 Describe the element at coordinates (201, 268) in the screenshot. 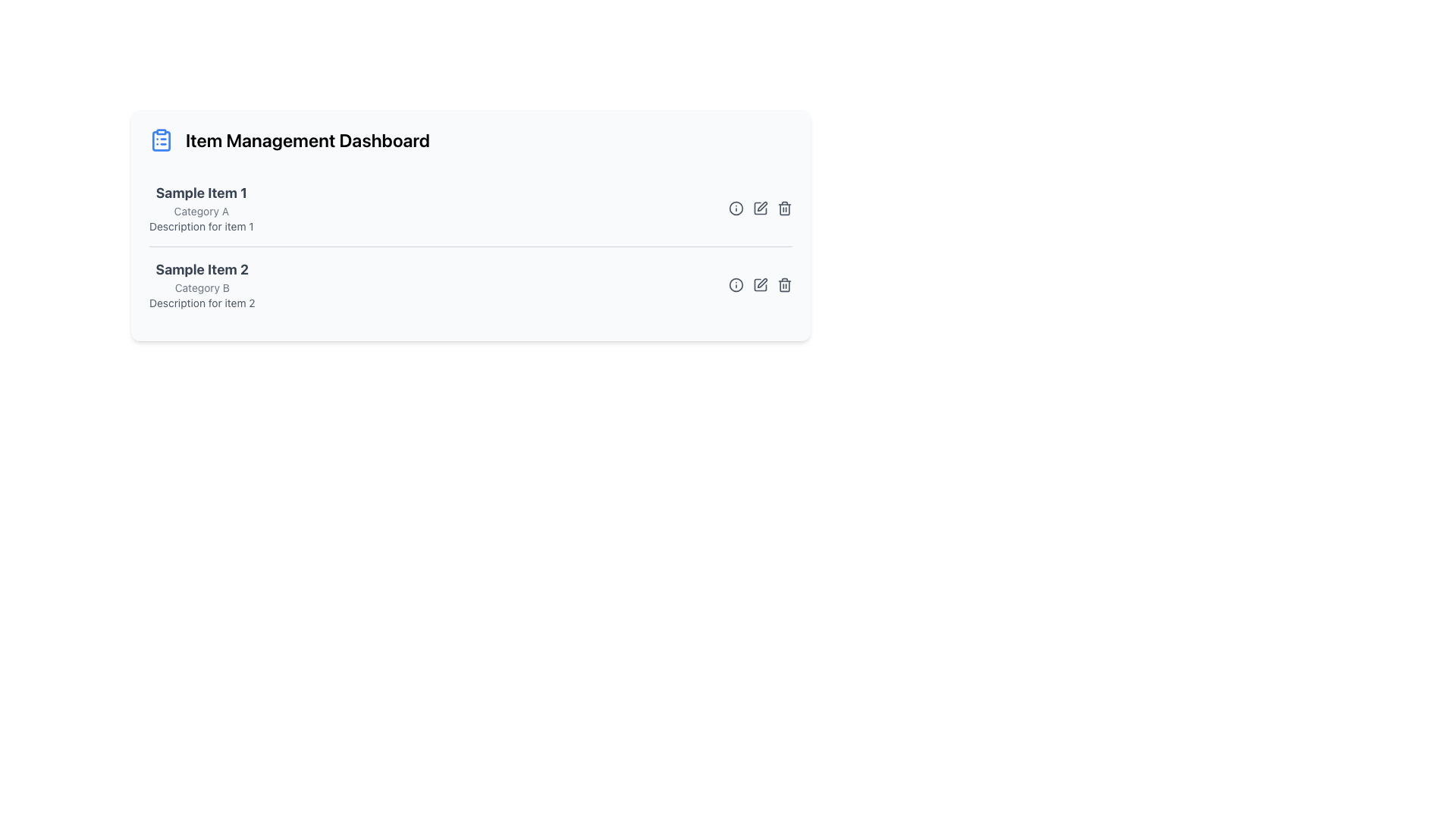

I see `the text label displaying 'Sample Item 2'` at that location.